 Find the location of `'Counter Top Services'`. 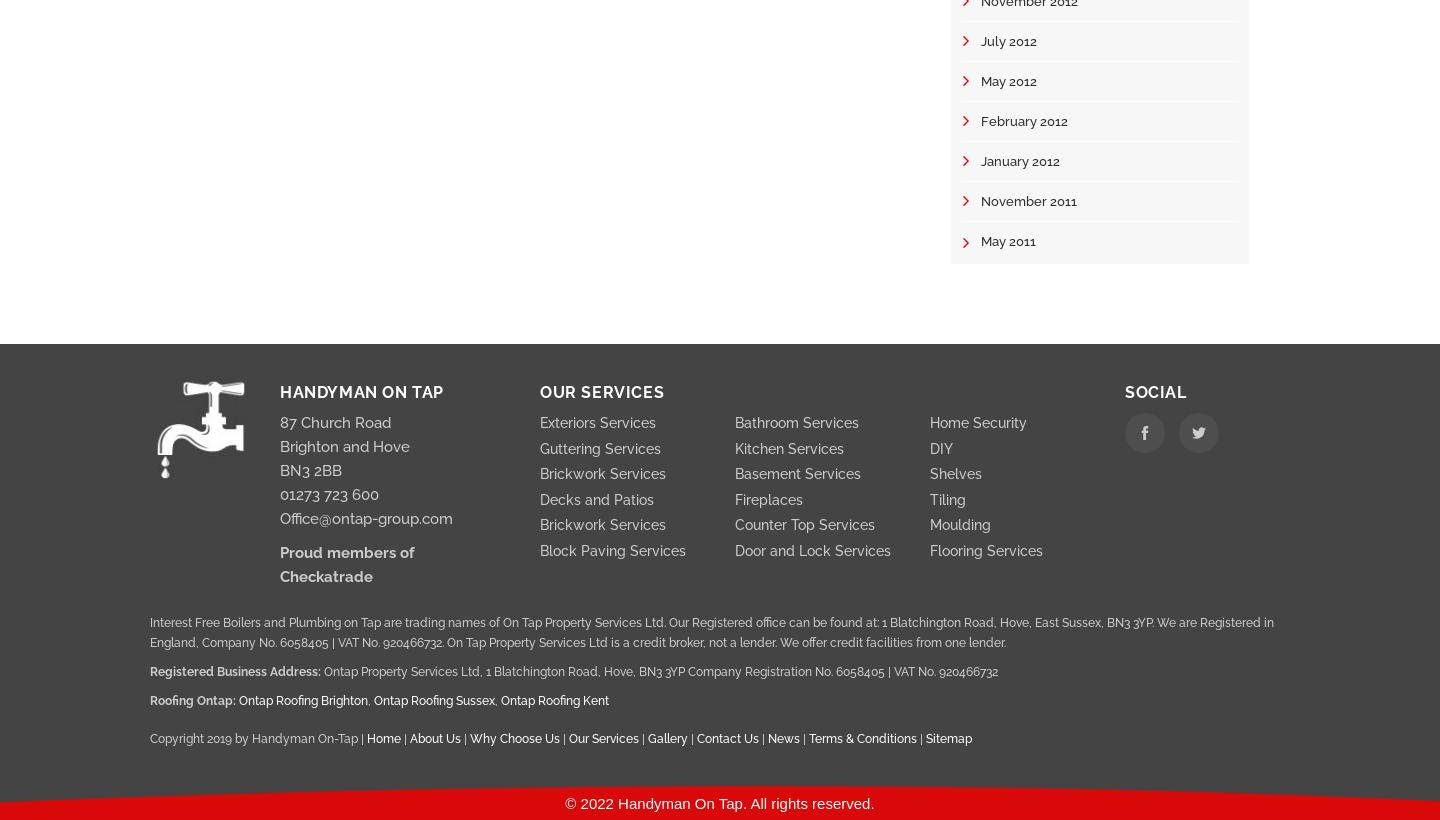

'Counter Top Services' is located at coordinates (804, 523).